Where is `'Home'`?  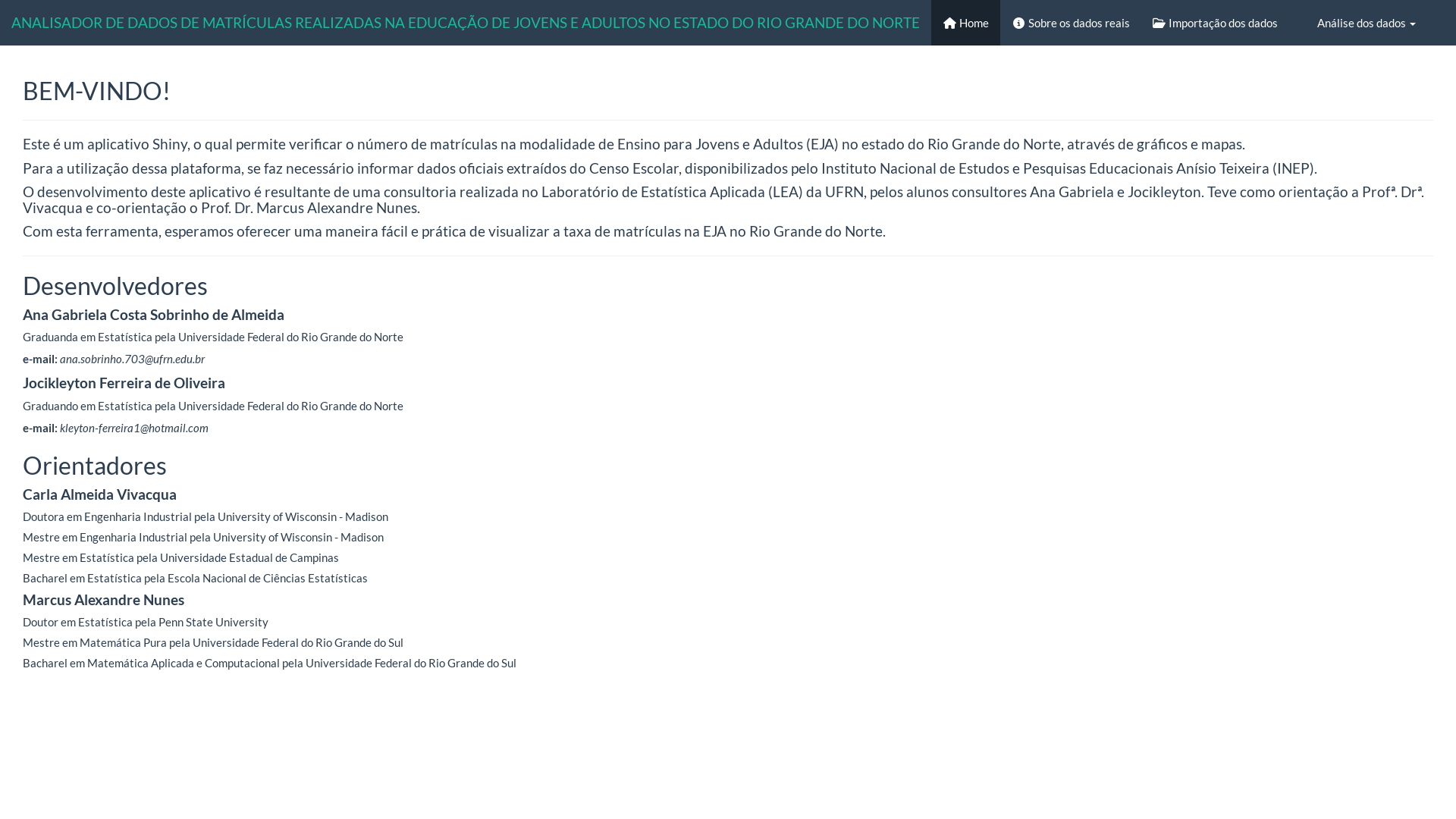
'Home' is located at coordinates (930, 23).